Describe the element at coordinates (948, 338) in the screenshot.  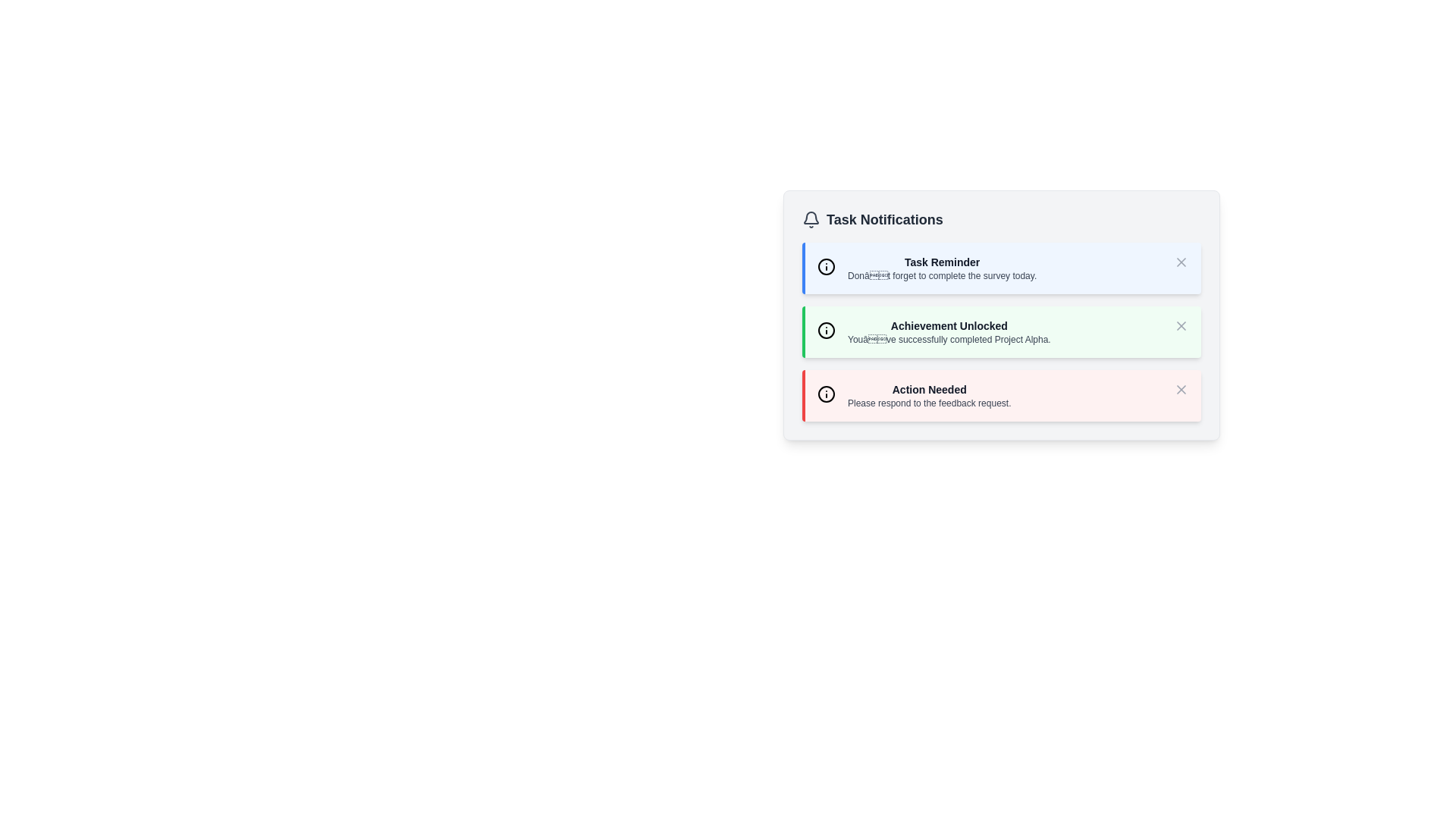
I see `the text element that reads 'You’ve successfully completed Project Alpha', which is located below the 'Achievement Unlocked' title in a green-highlighted notification box` at that location.